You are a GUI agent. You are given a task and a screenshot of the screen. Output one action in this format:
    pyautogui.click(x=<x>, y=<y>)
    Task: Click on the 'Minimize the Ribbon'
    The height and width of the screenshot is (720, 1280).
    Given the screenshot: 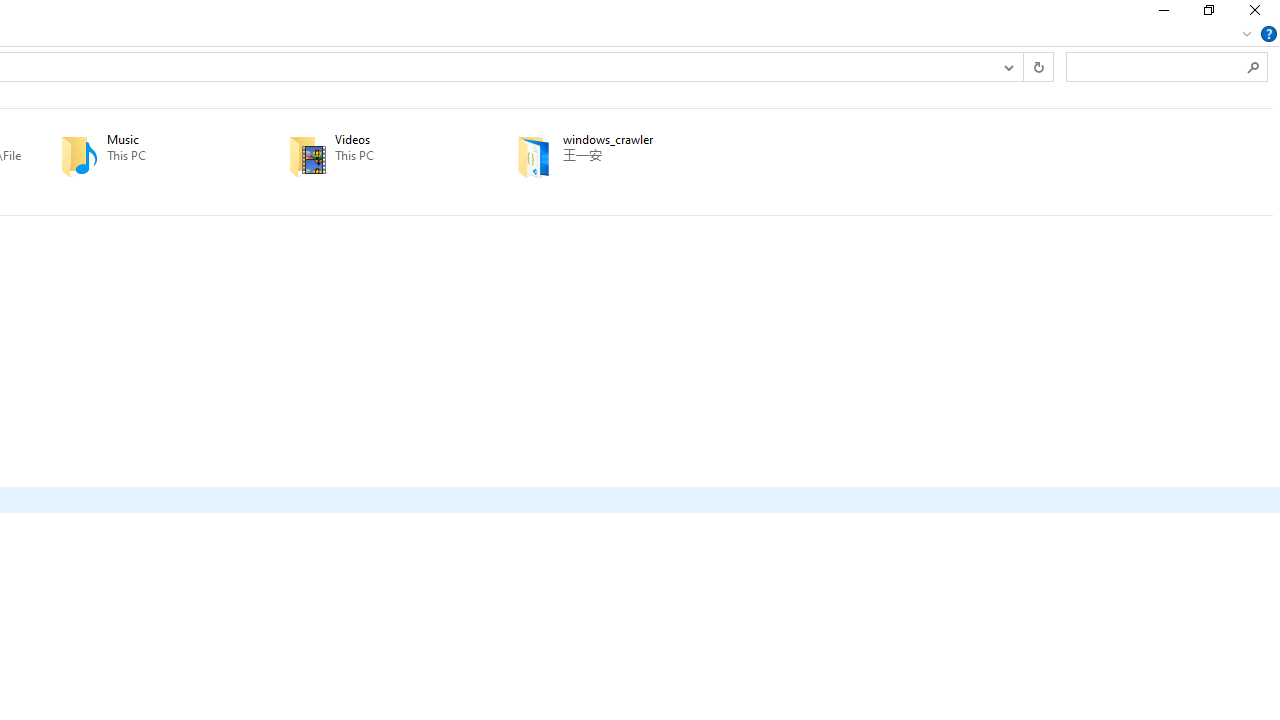 What is the action you would take?
    pyautogui.click(x=1246, y=33)
    